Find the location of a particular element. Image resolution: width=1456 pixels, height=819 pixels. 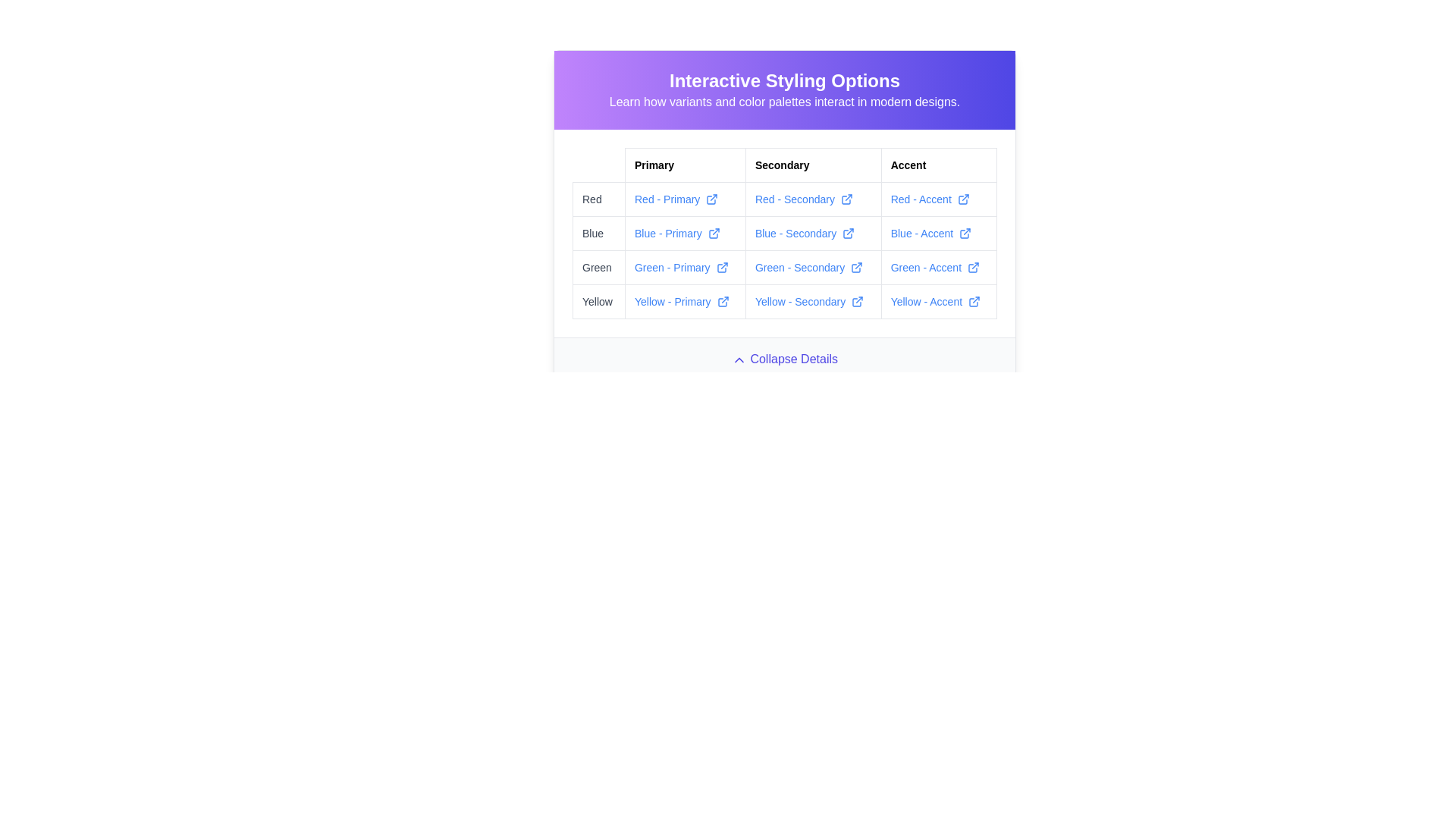

the hyperlink labeled 'Yellow - Secondary', which is styled in blue text with an underline and has an external link icon, located is located at coordinates (785, 301).